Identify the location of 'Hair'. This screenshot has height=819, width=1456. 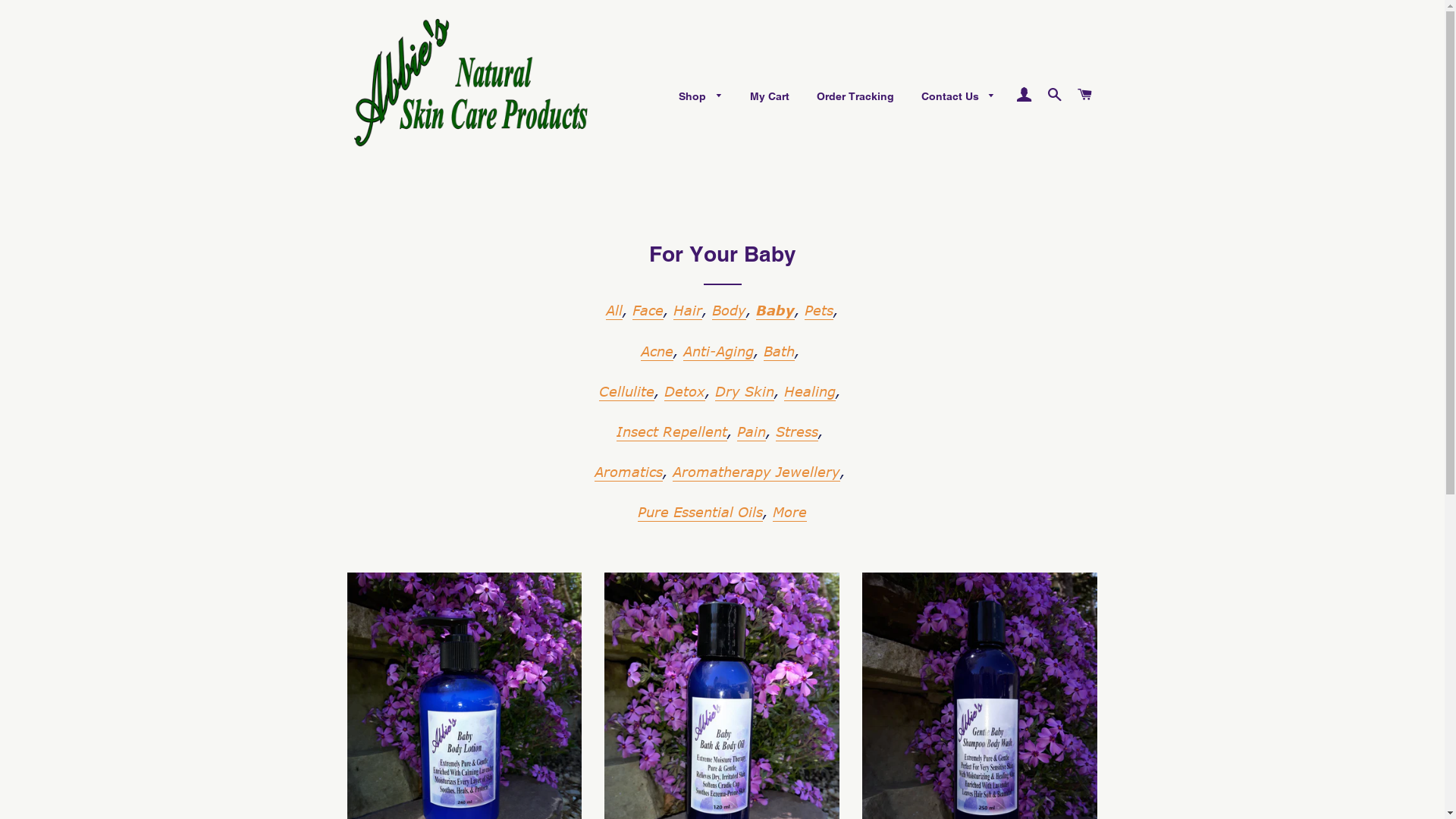
(673, 309).